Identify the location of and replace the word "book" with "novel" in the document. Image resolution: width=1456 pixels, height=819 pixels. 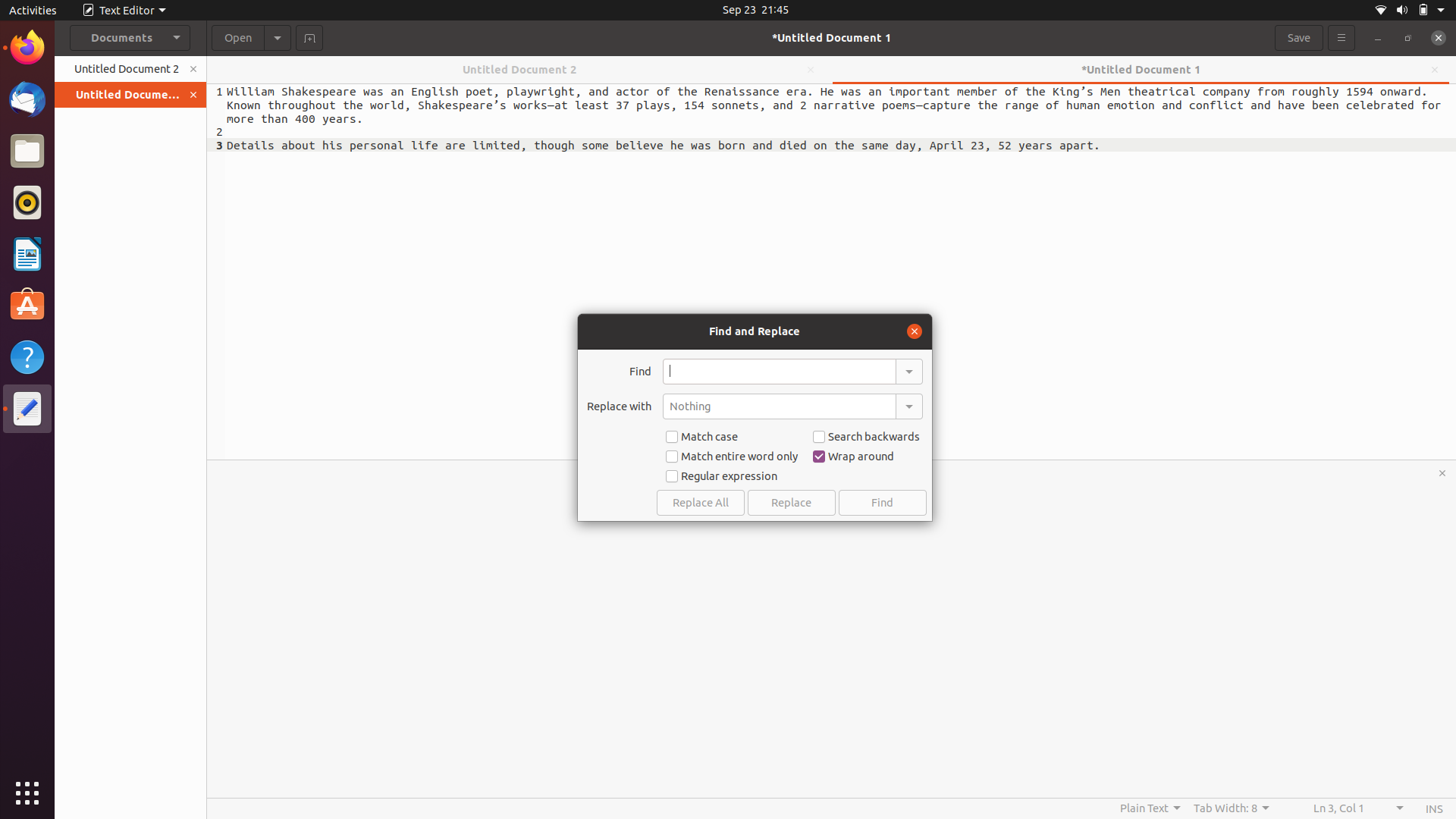
(779, 371).